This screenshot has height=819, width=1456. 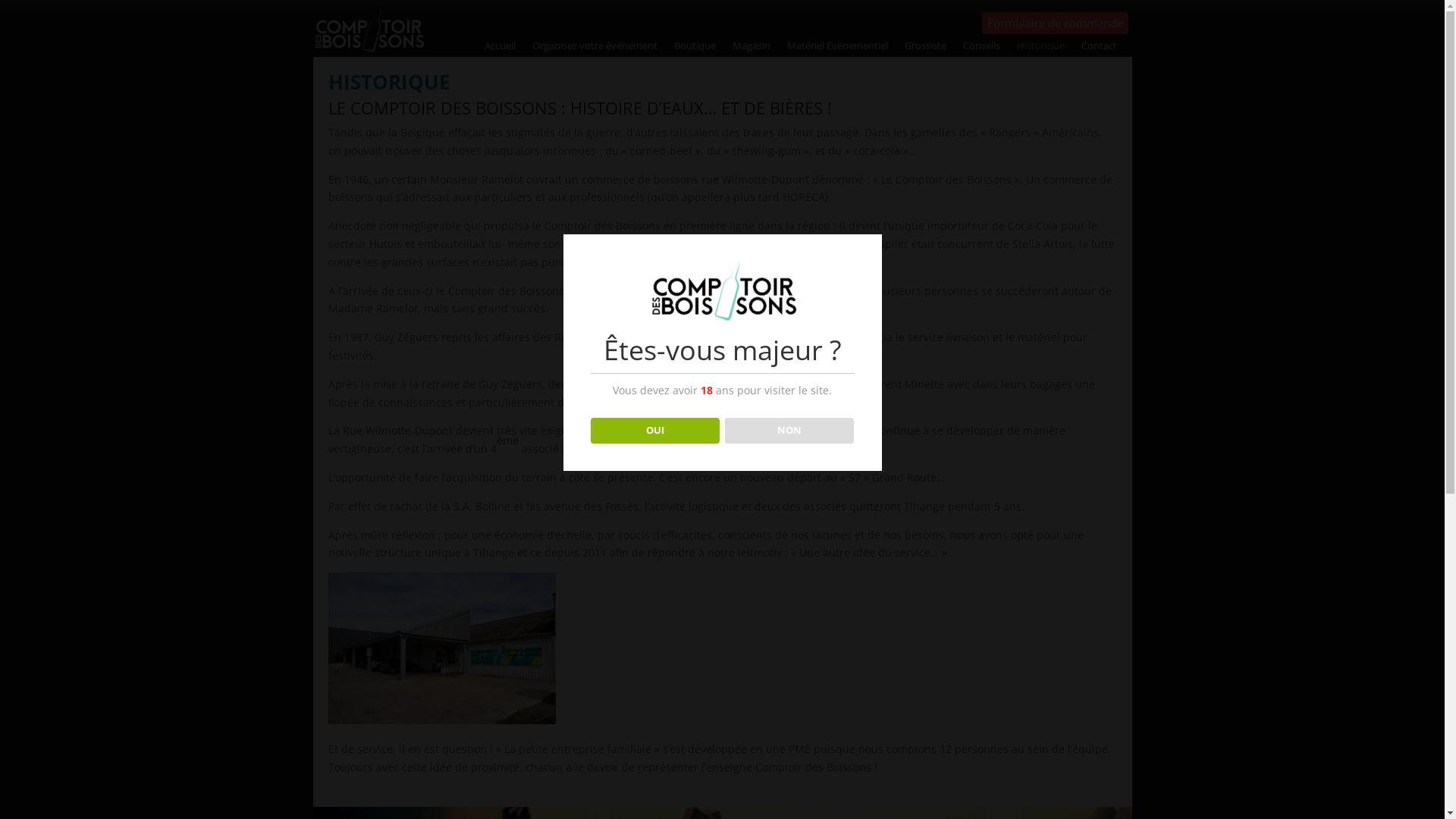 I want to click on 'Historique', so click(x=1040, y=48).